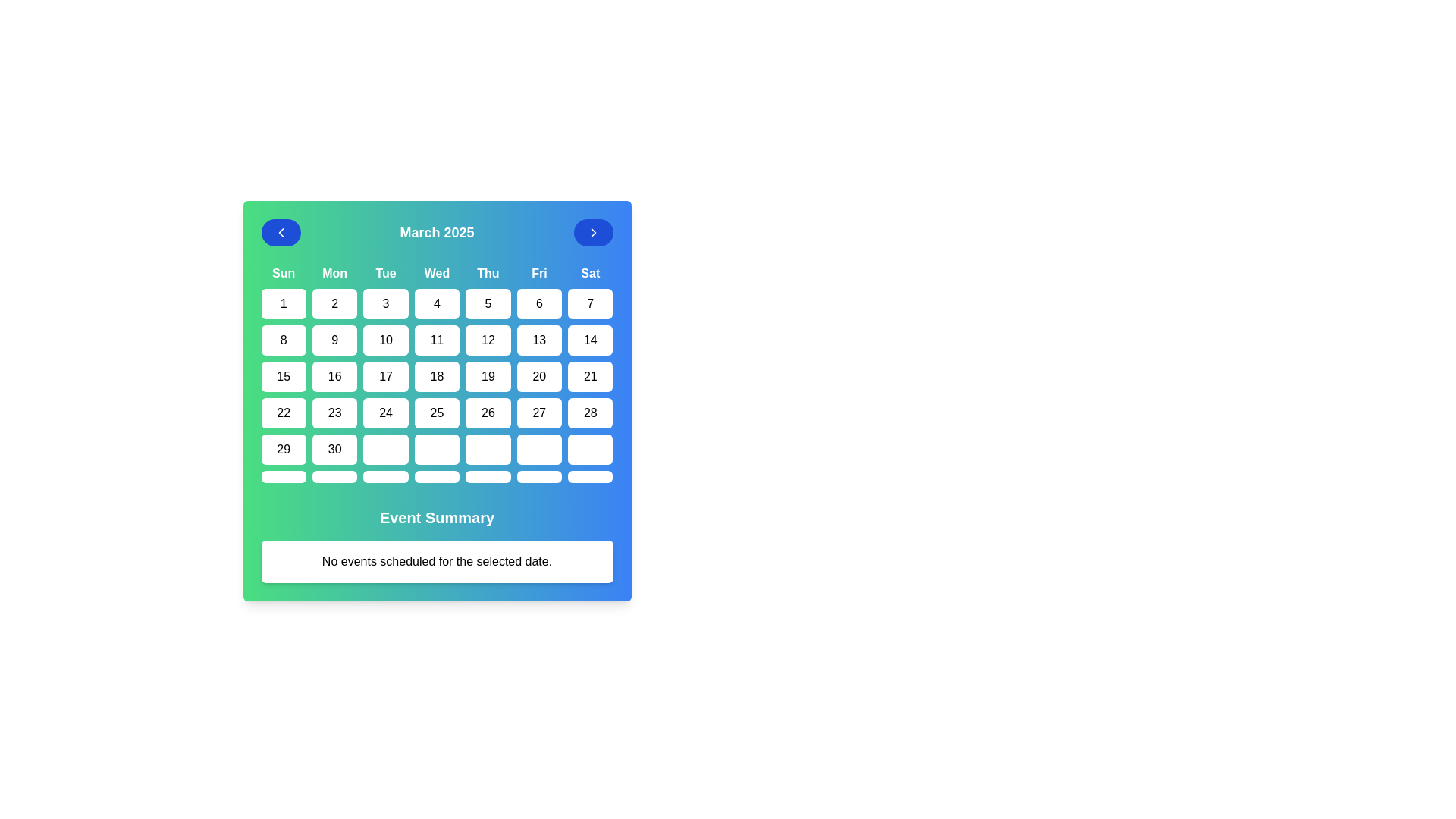 Image resolution: width=1456 pixels, height=819 pixels. Describe the element at coordinates (589, 413) in the screenshot. I see `the button labeled '28' which is located in the calendar interface under the 'Sat' column` at that location.